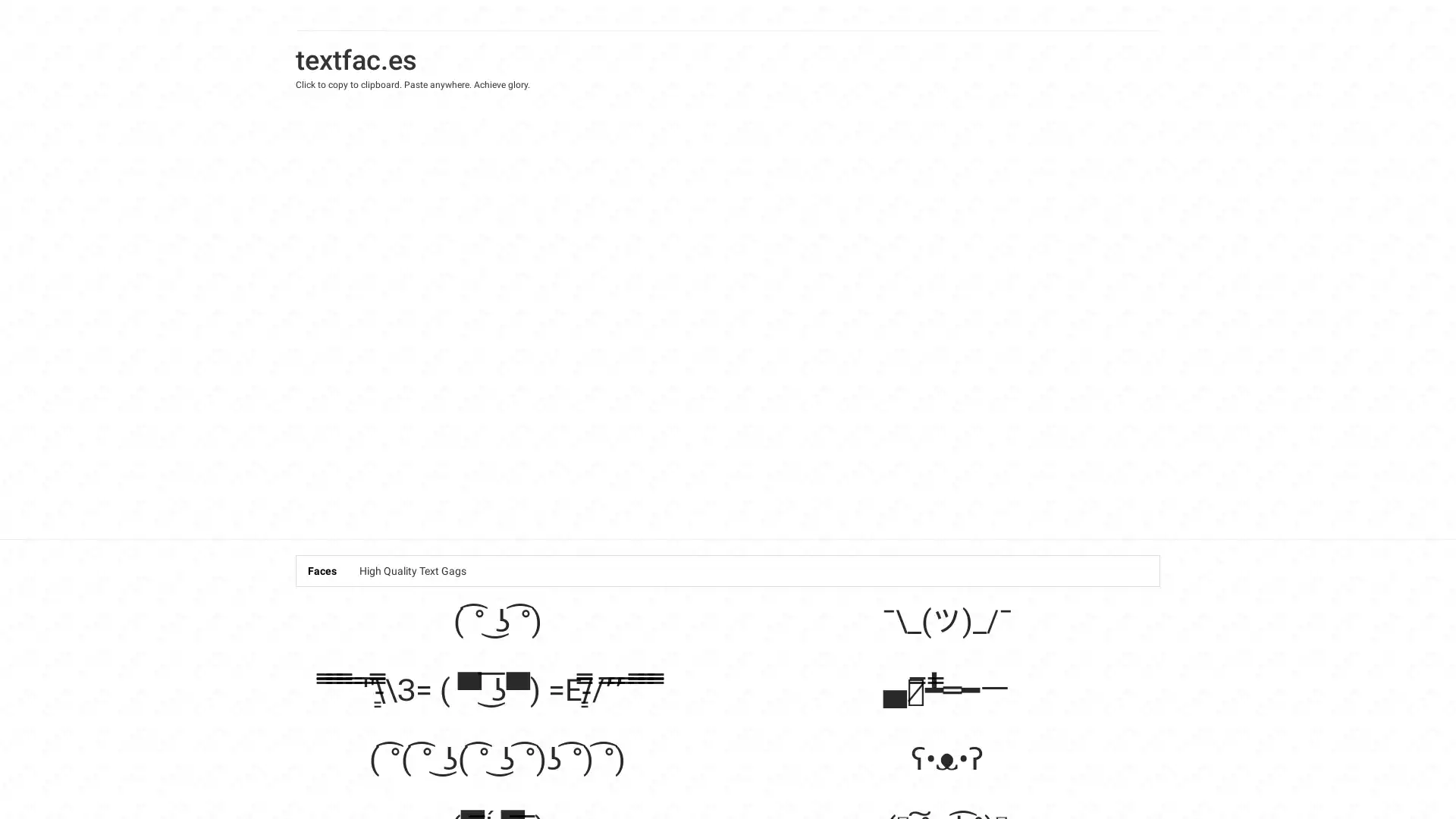 The height and width of the screenshot is (819, 1456). I want to click on (   ), so click(497, 620).